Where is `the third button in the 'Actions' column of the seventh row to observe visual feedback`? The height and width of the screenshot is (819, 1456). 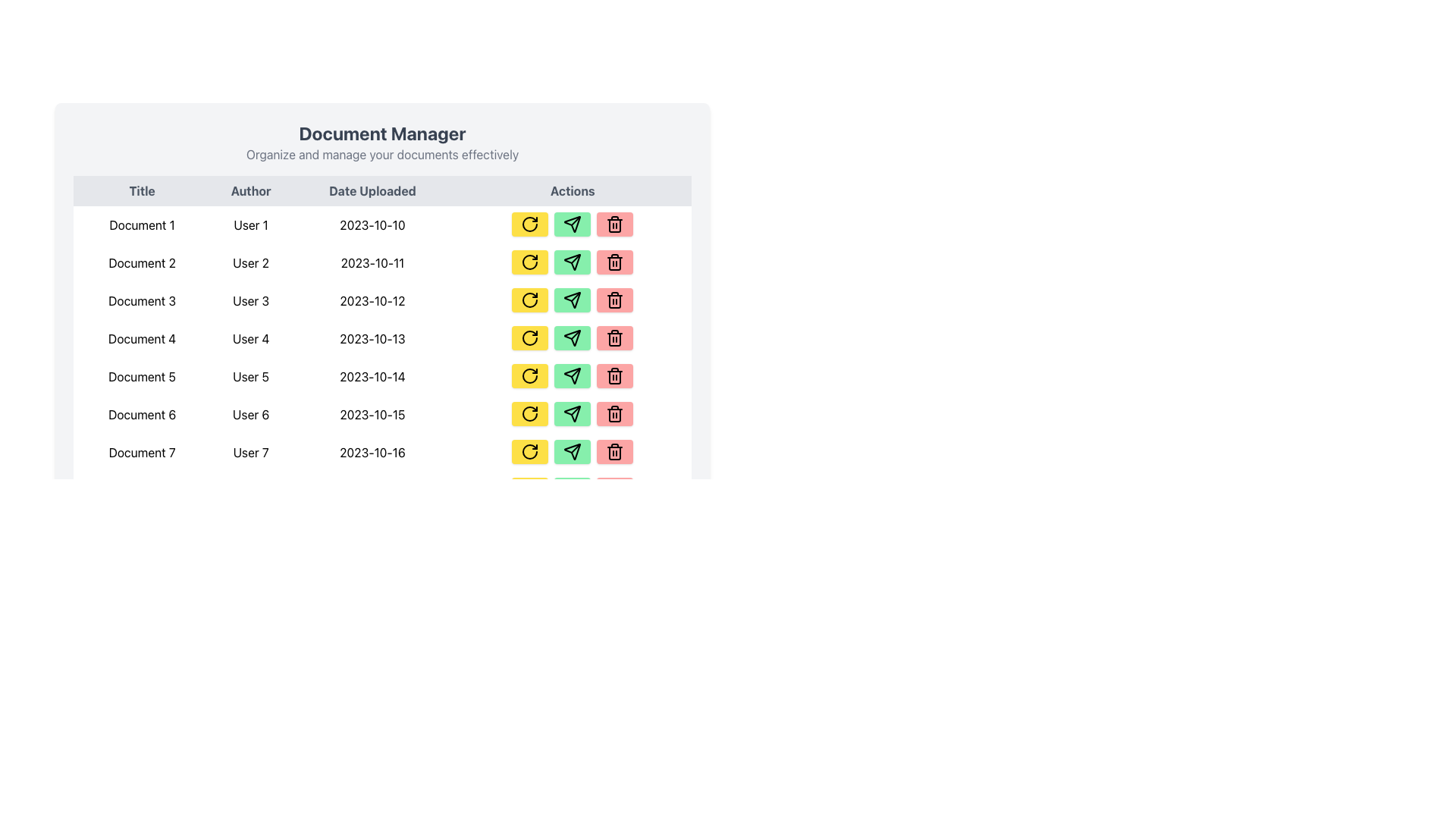 the third button in the 'Actions' column of the seventh row to observe visual feedback is located at coordinates (615, 451).